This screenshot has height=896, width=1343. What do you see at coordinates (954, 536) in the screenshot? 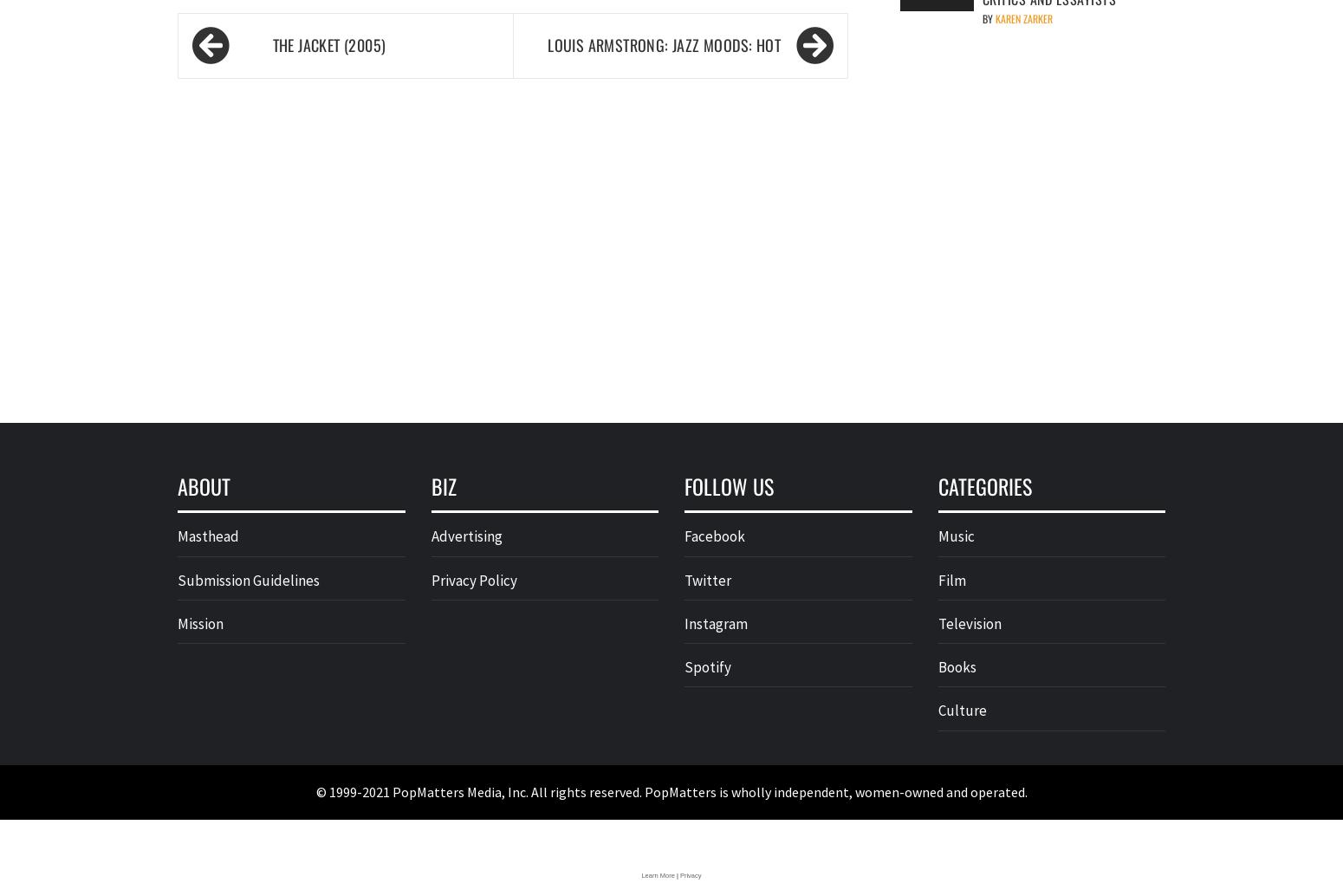
I see `'Music'` at bounding box center [954, 536].